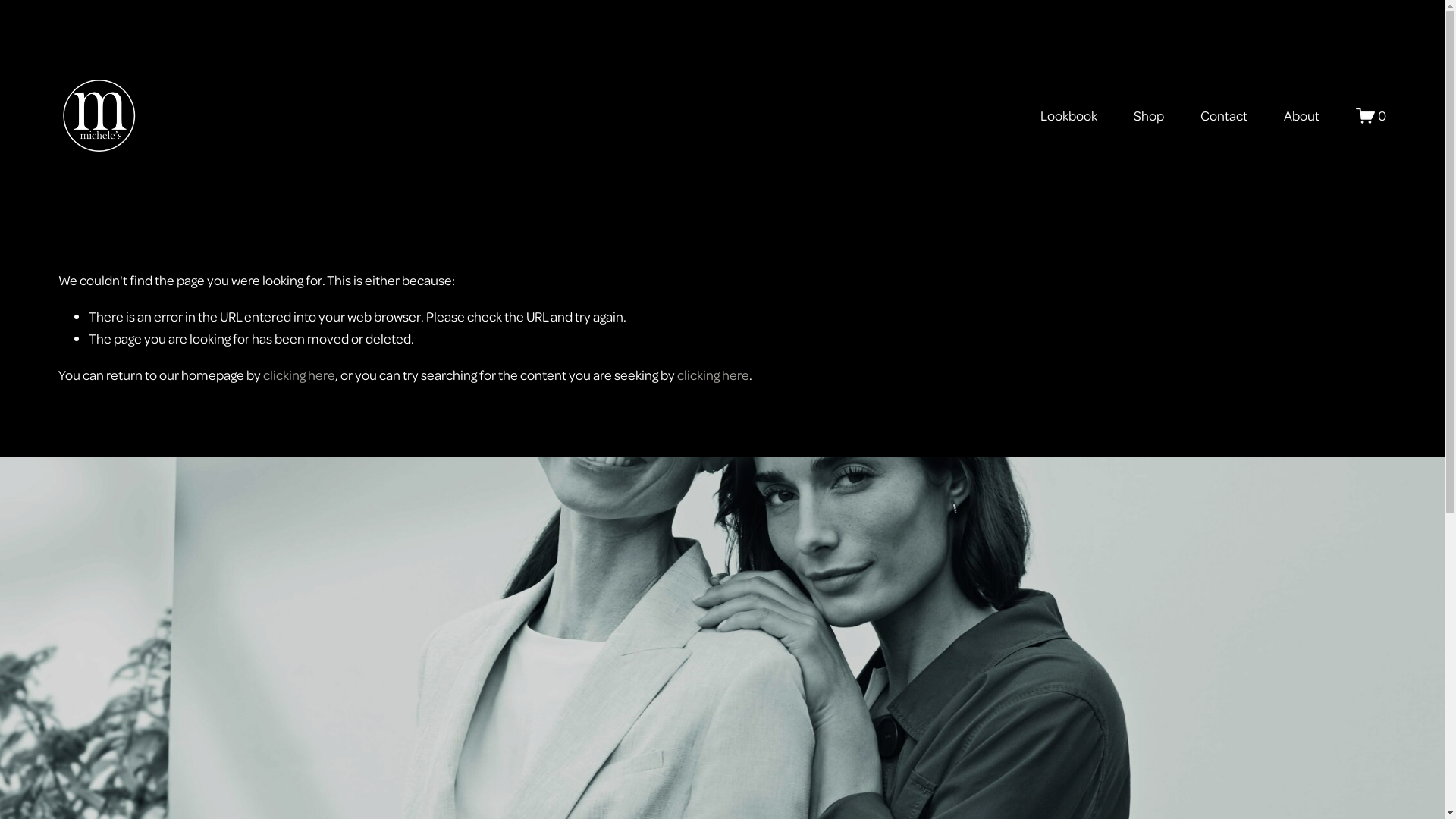 The image size is (1456, 819). I want to click on 'Shop', so click(1133, 115).